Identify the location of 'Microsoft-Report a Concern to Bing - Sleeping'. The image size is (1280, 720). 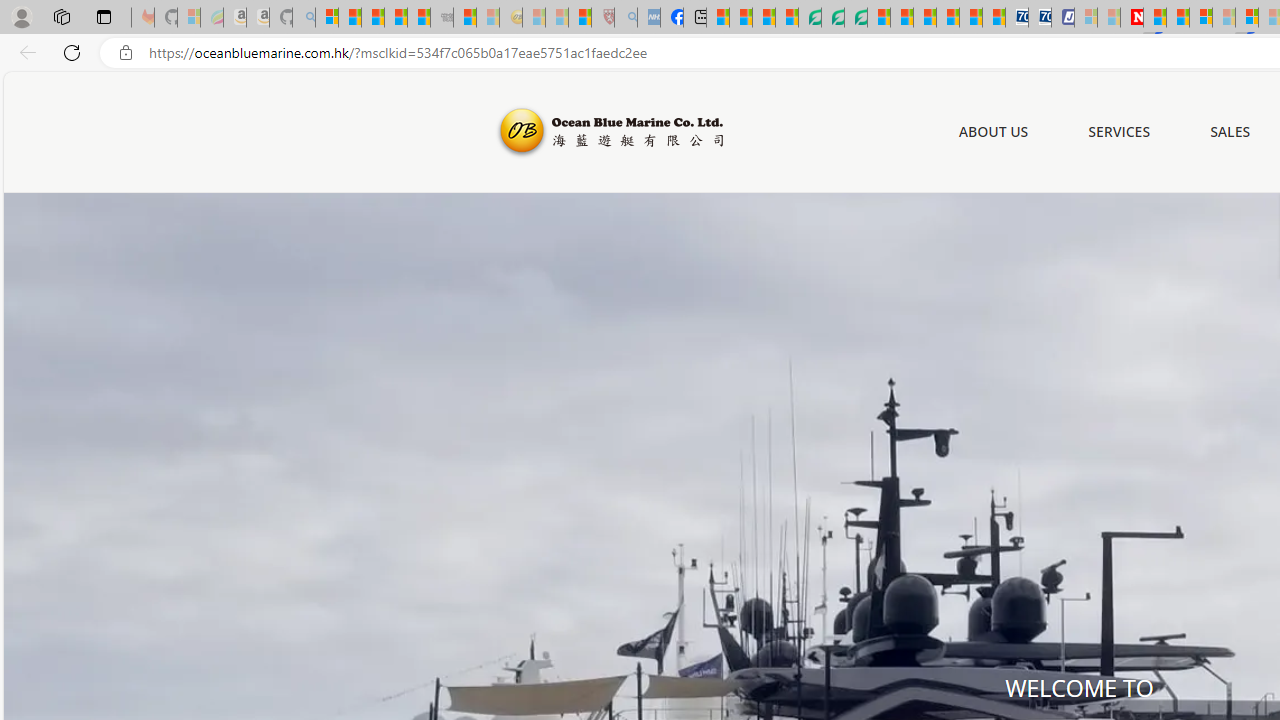
(188, 17).